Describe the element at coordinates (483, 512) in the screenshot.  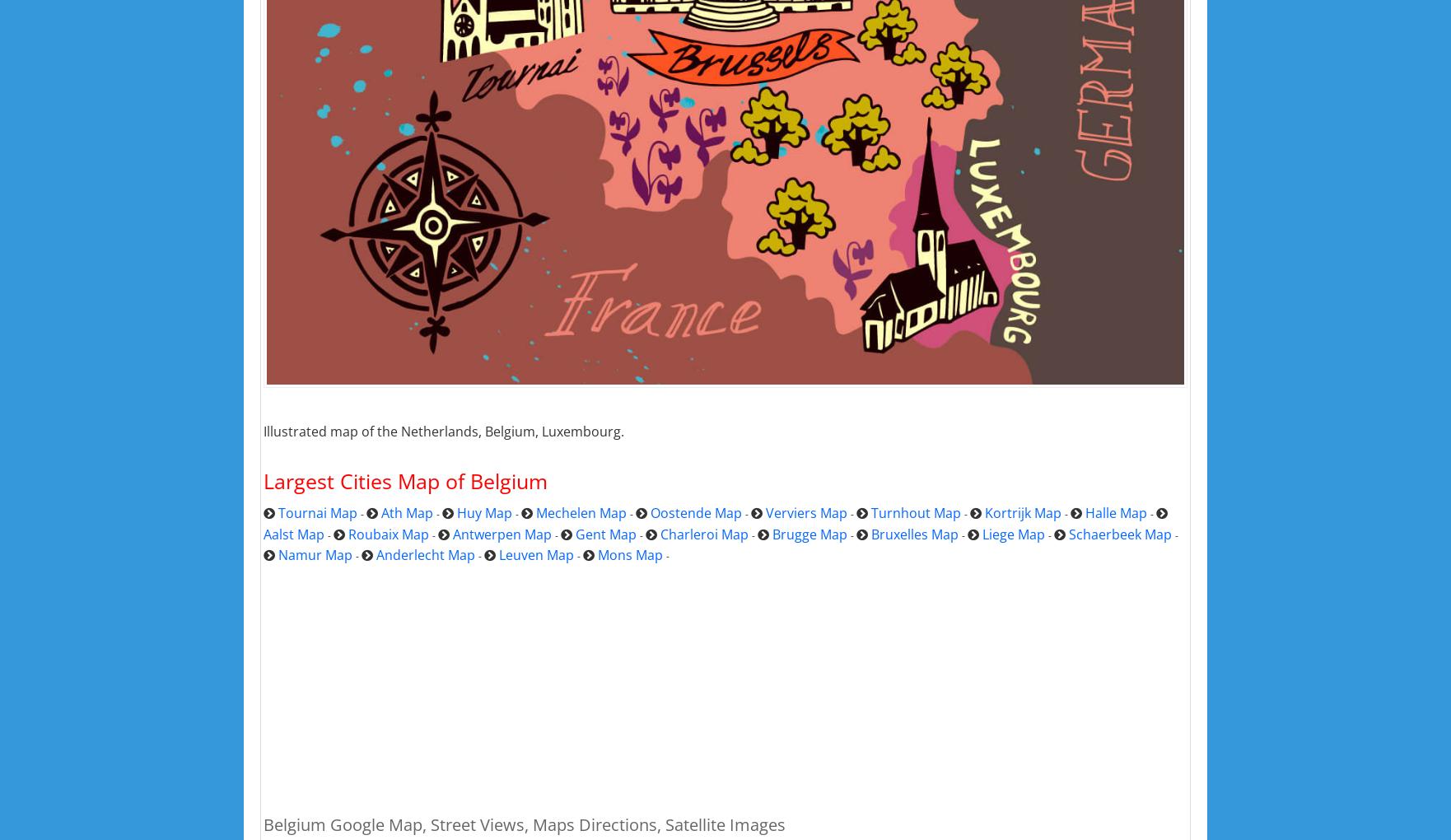
I see `'Huy Map'` at that location.